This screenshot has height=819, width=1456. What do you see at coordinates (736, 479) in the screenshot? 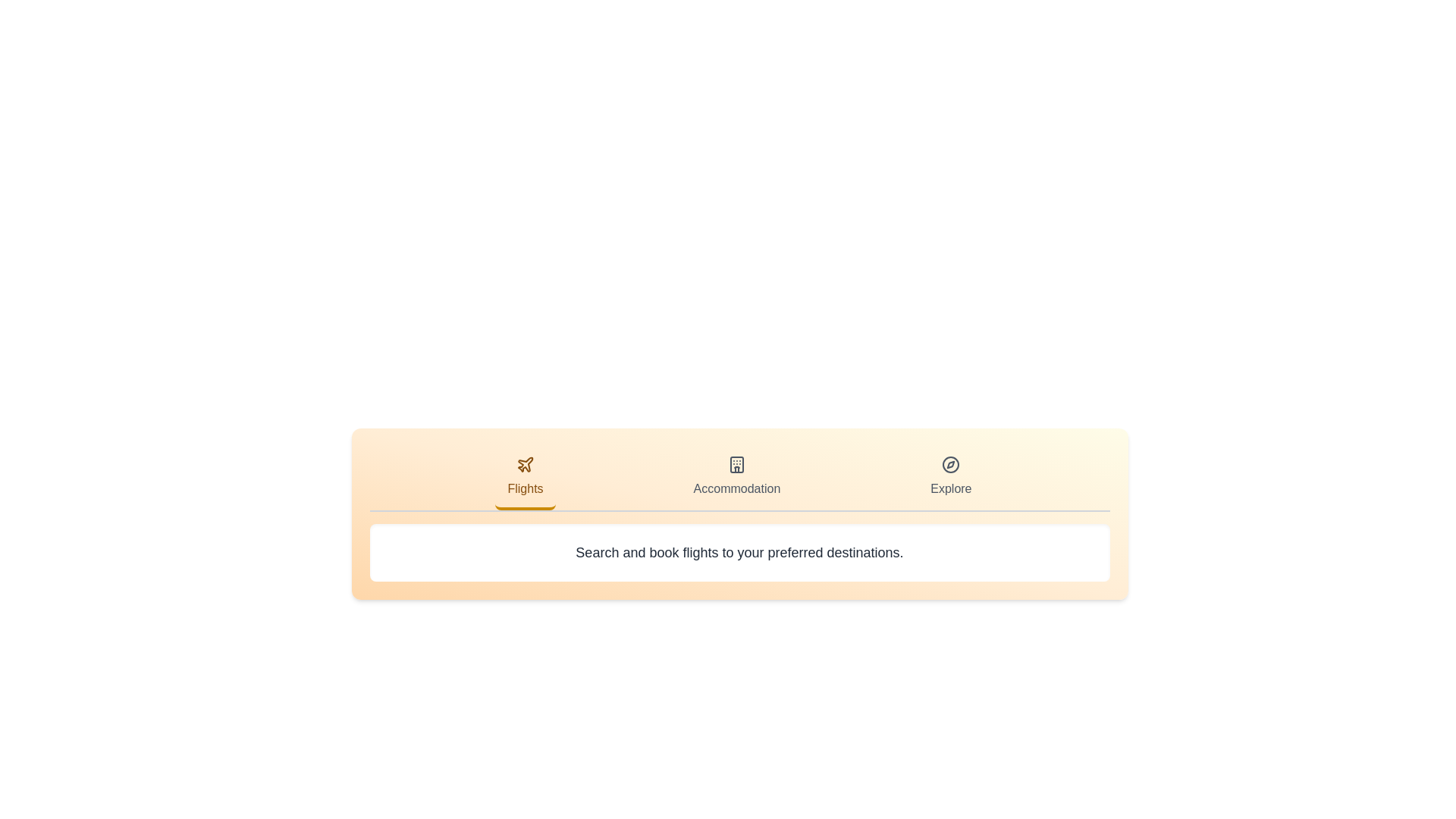
I see `the Accommodation tab to view its content` at bounding box center [736, 479].